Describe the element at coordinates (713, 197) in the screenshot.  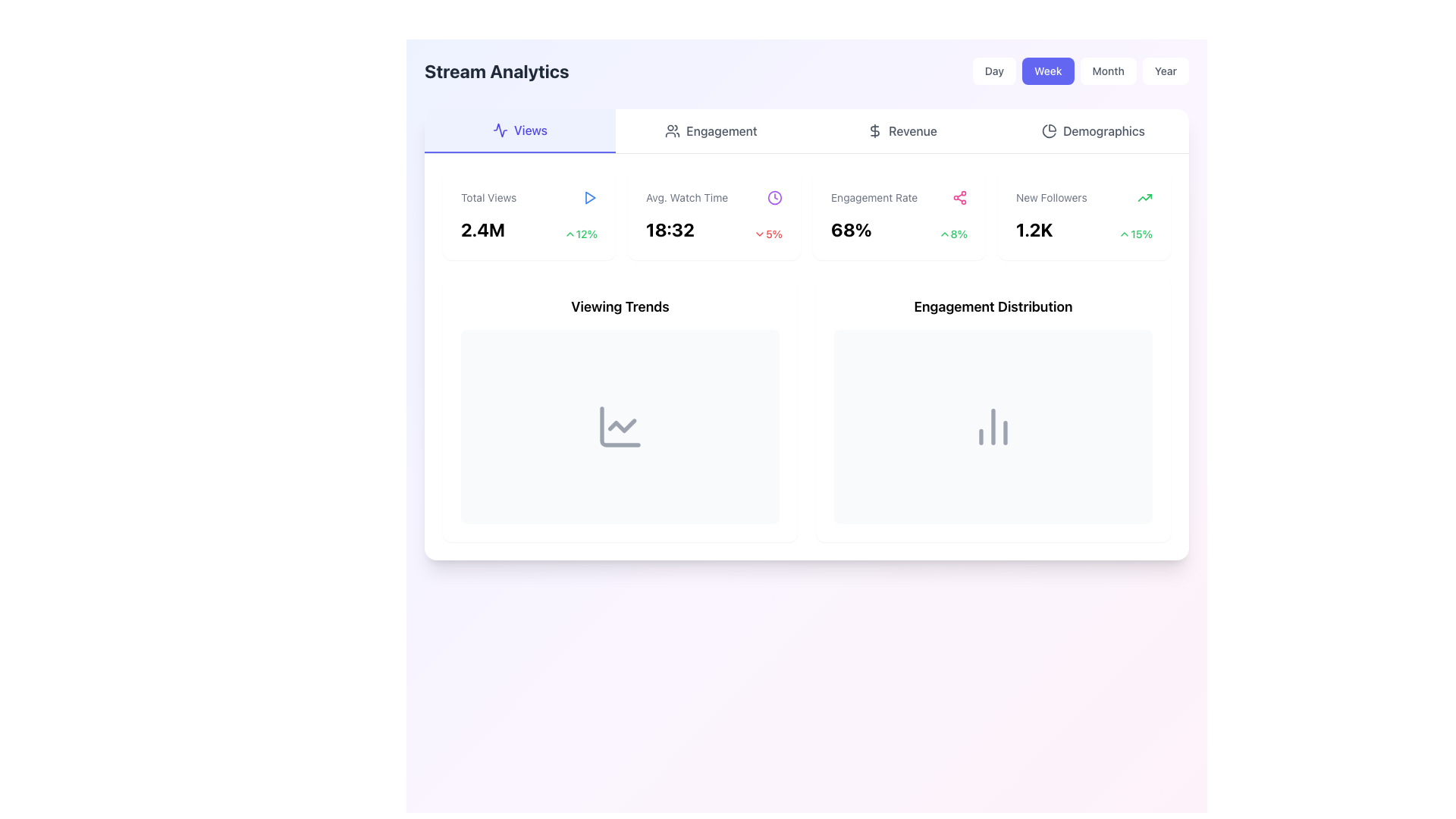
I see `the purple clock icon next to the 'Avg. Watch Time' text label in the 'Stream Analytics' dashboard` at that location.